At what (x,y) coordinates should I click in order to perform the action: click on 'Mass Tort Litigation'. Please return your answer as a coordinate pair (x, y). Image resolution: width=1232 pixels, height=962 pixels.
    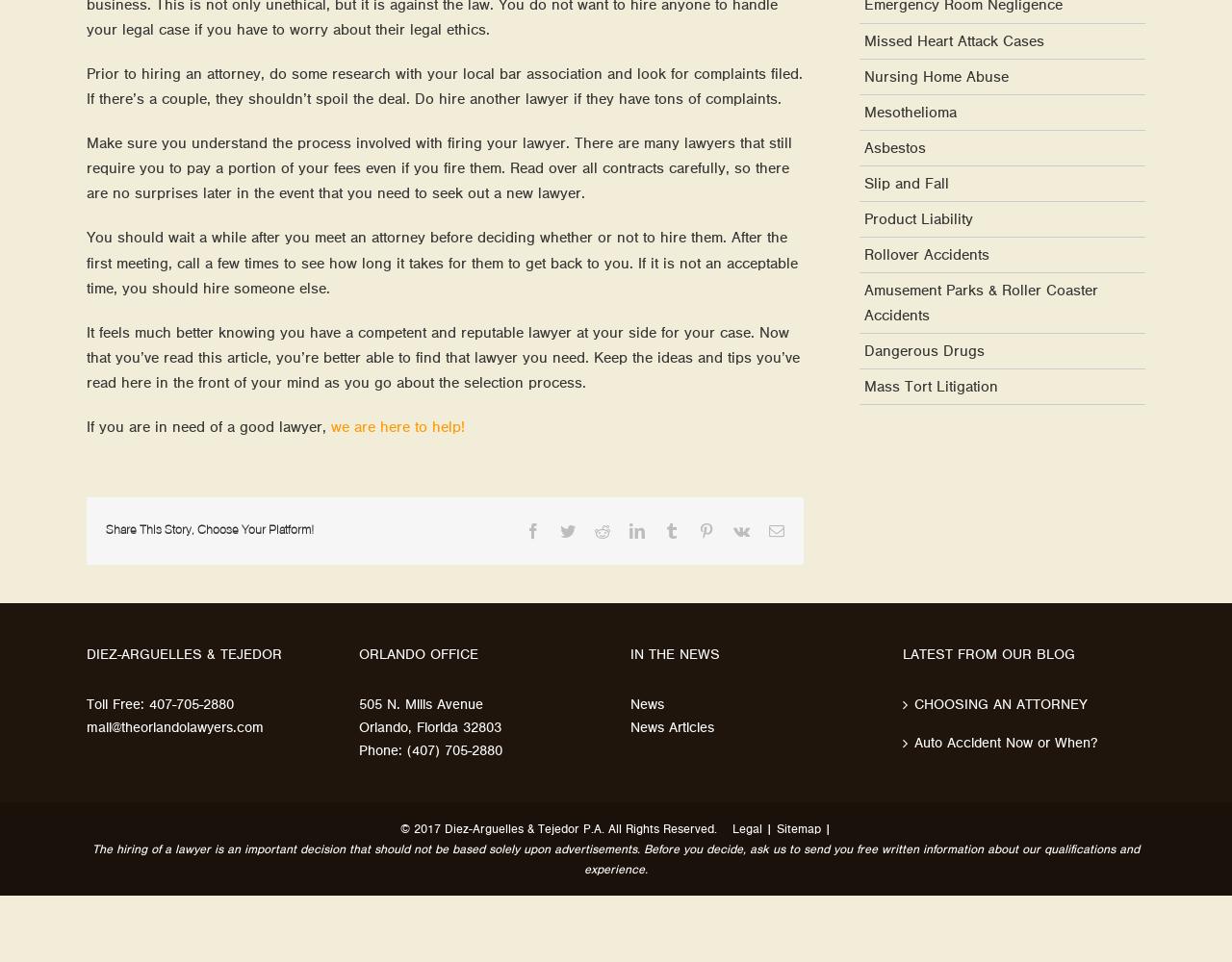
    Looking at the image, I should click on (863, 387).